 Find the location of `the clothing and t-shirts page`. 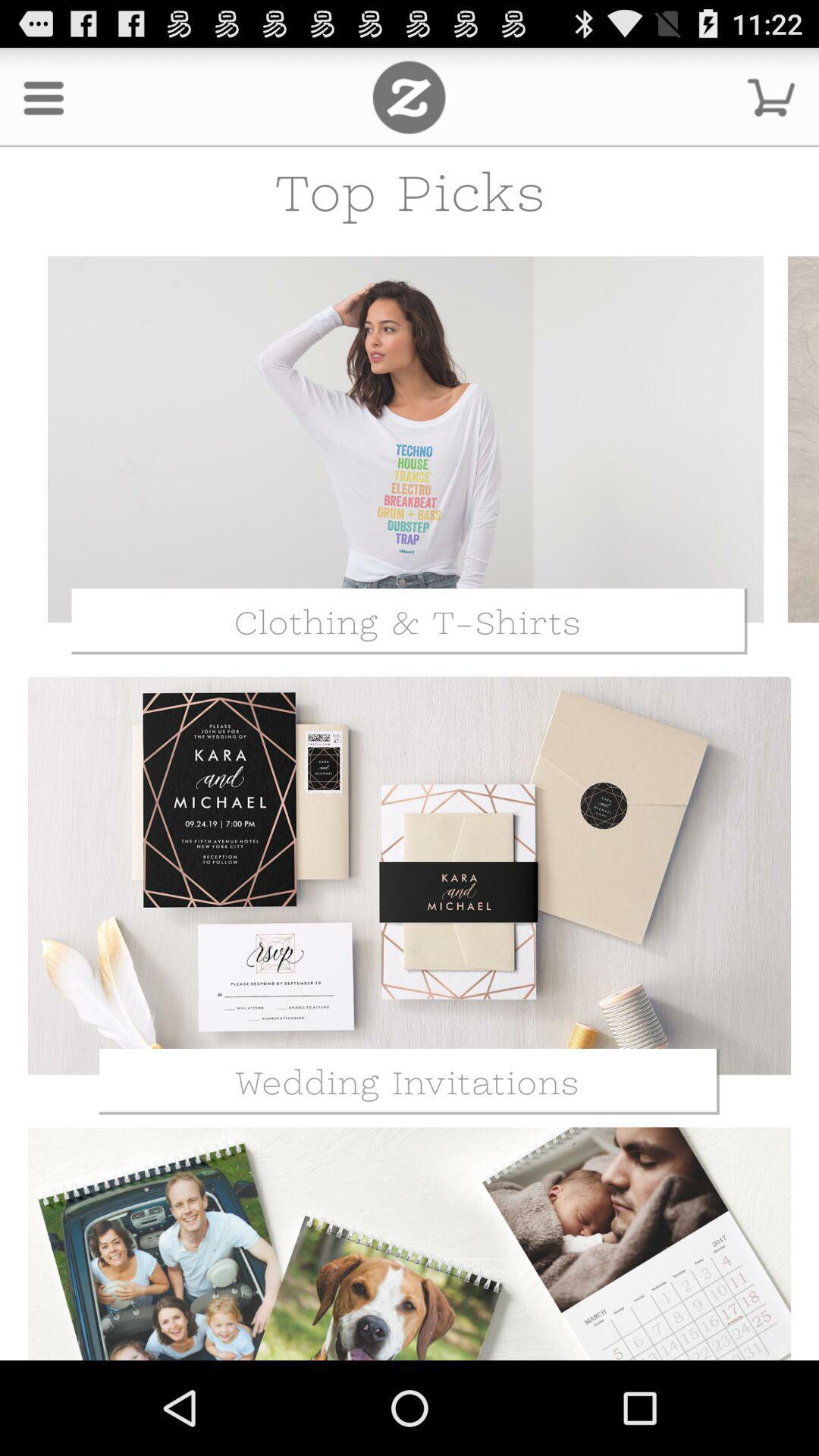

the clothing and t-shirts page is located at coordinates (405, 438).